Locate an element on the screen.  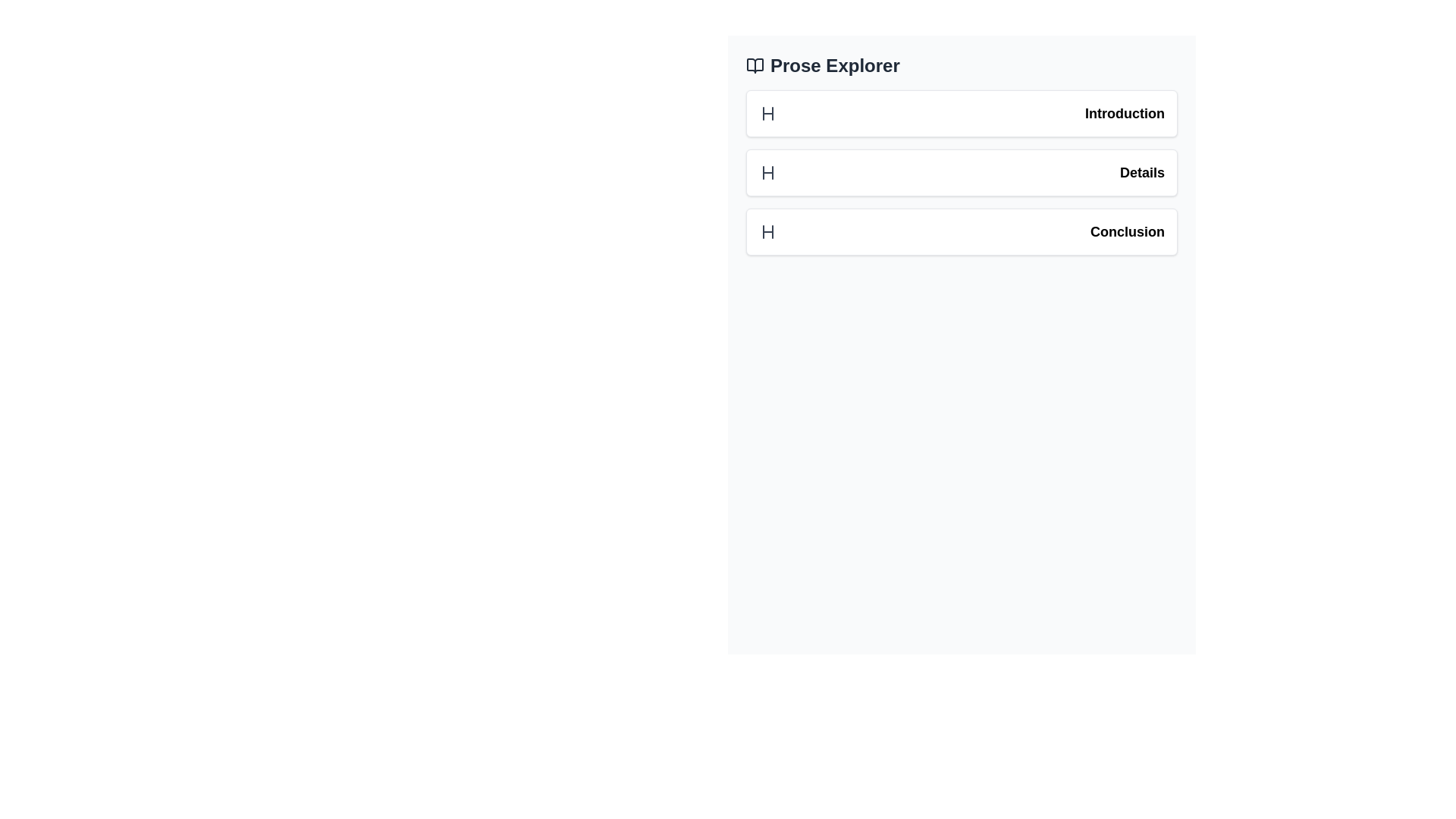
the open book icon located at the top left corner of the application view, adjacent to the 'Prose Explorer' text is located at coordinates (755, 65).